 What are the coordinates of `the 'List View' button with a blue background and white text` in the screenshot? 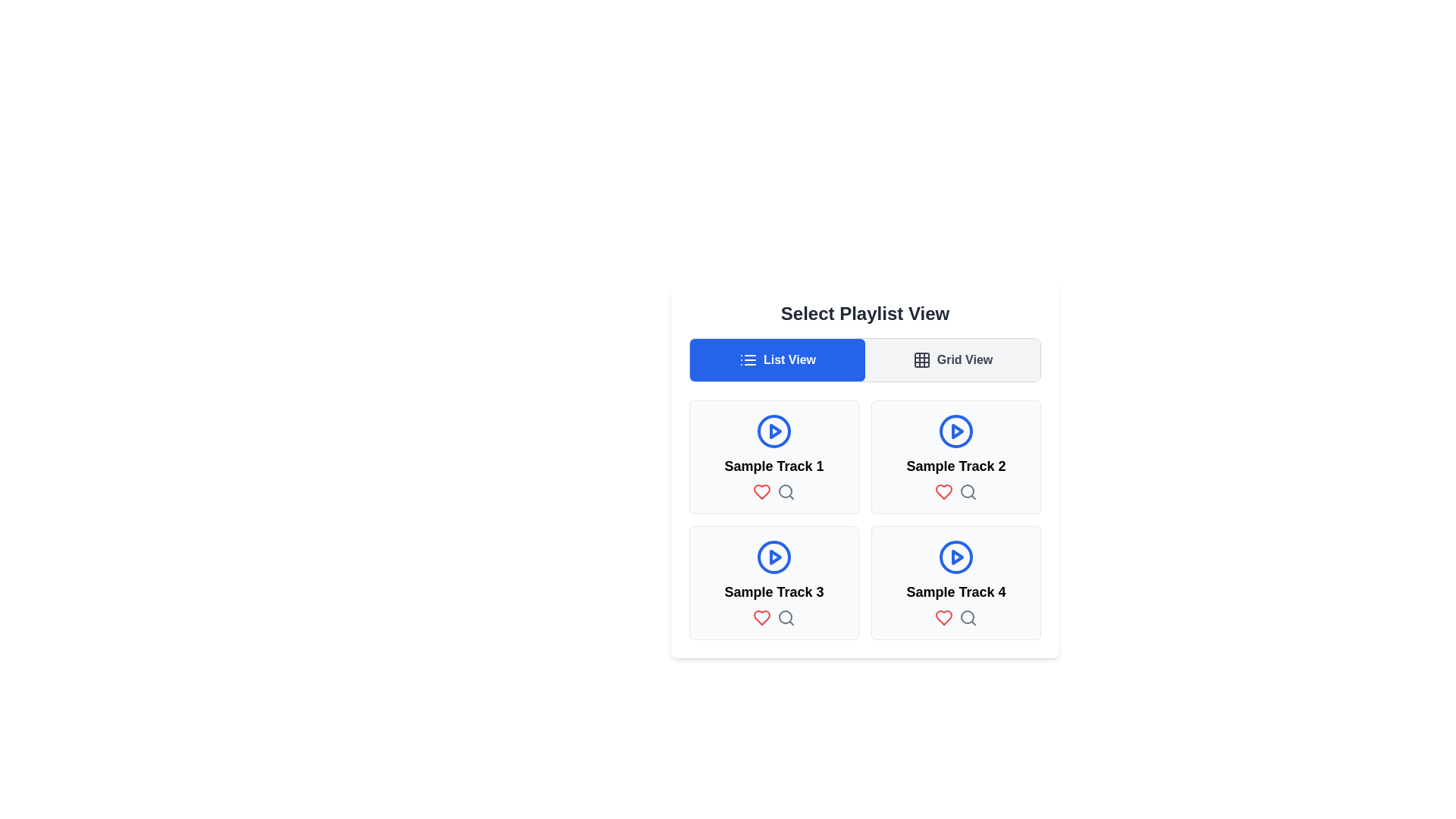 It's located at (777, 359).